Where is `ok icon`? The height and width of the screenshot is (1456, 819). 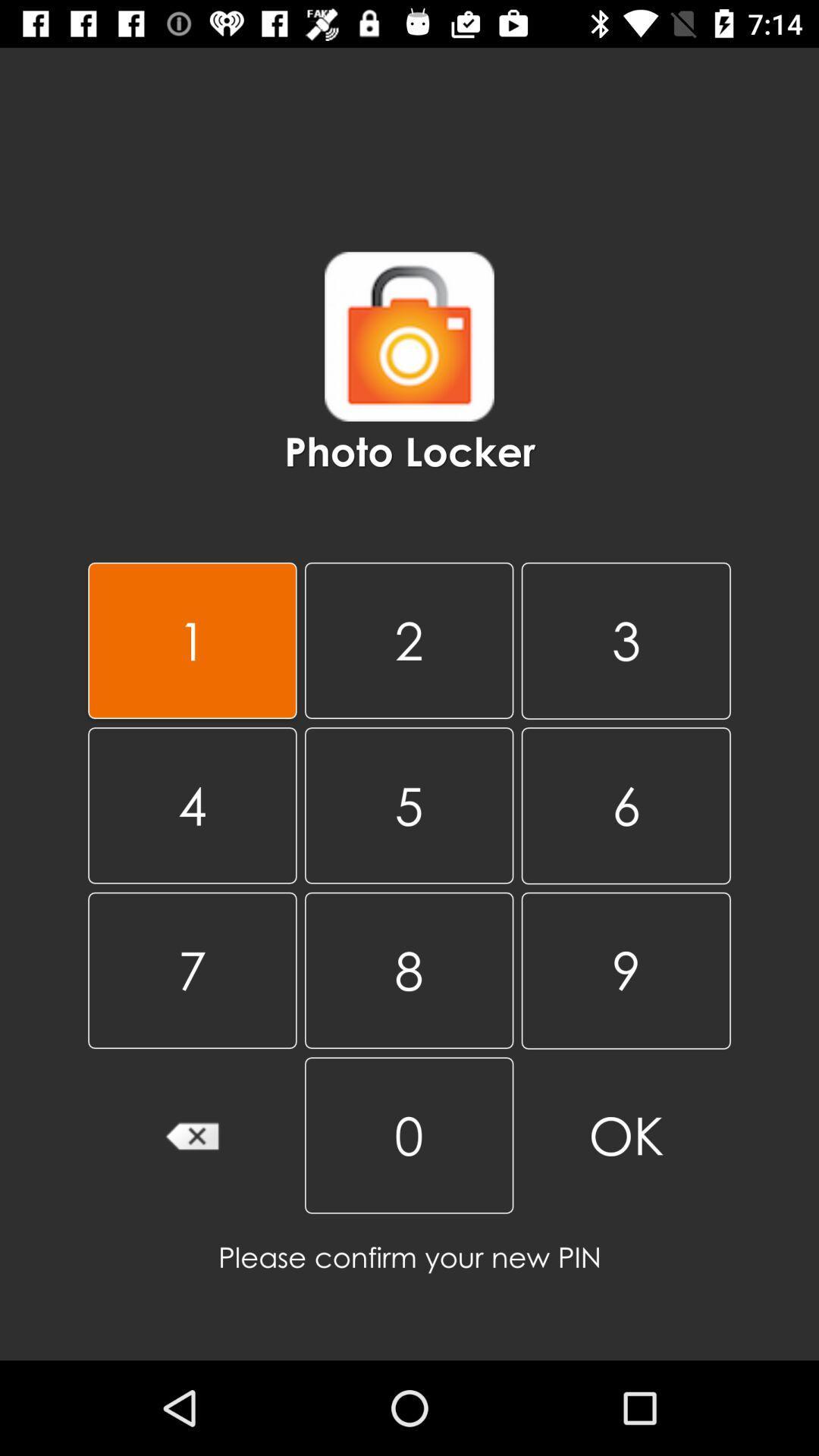
ok icon is located at coordinates (626, 1135).